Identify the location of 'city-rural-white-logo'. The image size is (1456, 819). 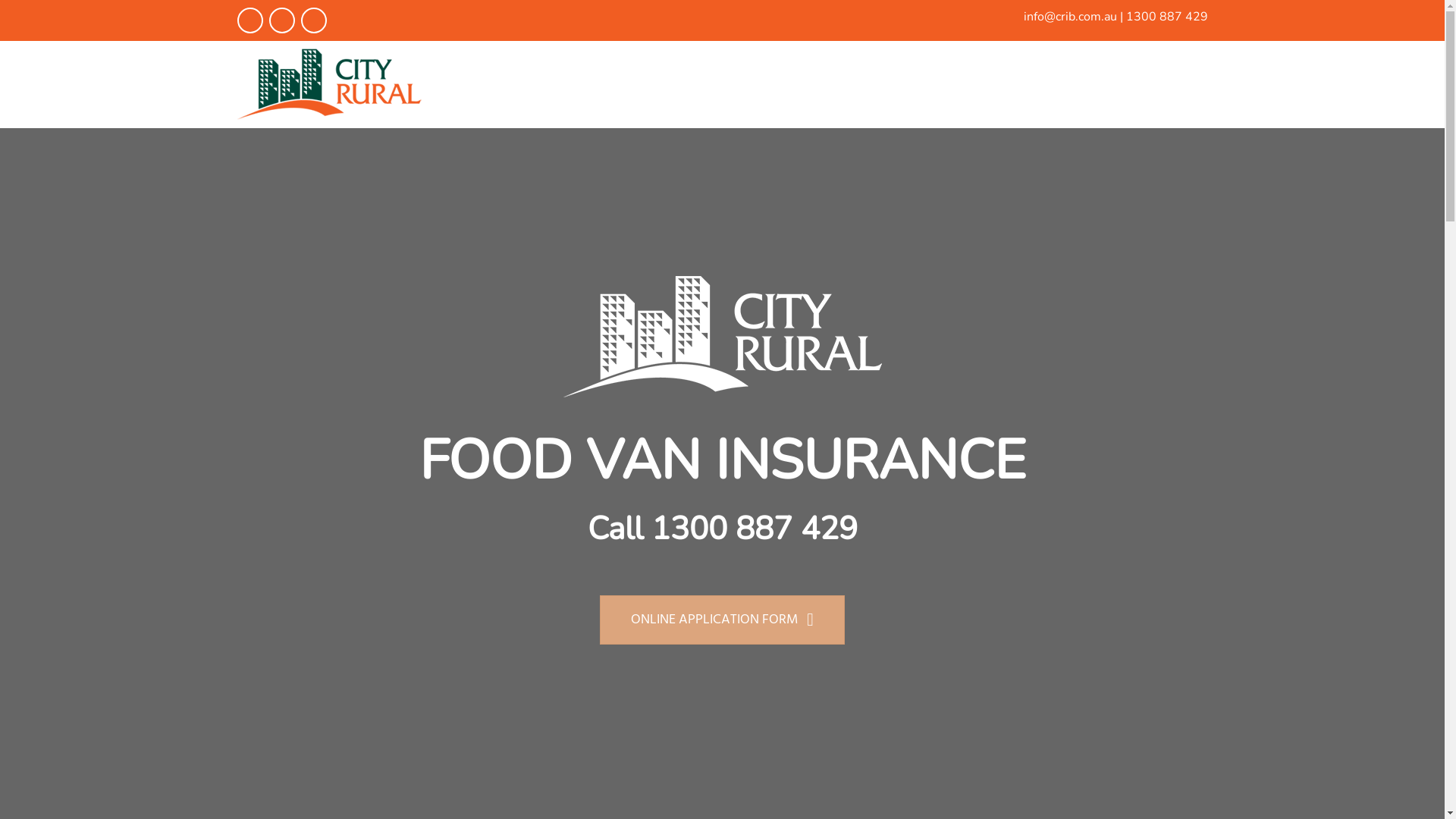
(720, 335).